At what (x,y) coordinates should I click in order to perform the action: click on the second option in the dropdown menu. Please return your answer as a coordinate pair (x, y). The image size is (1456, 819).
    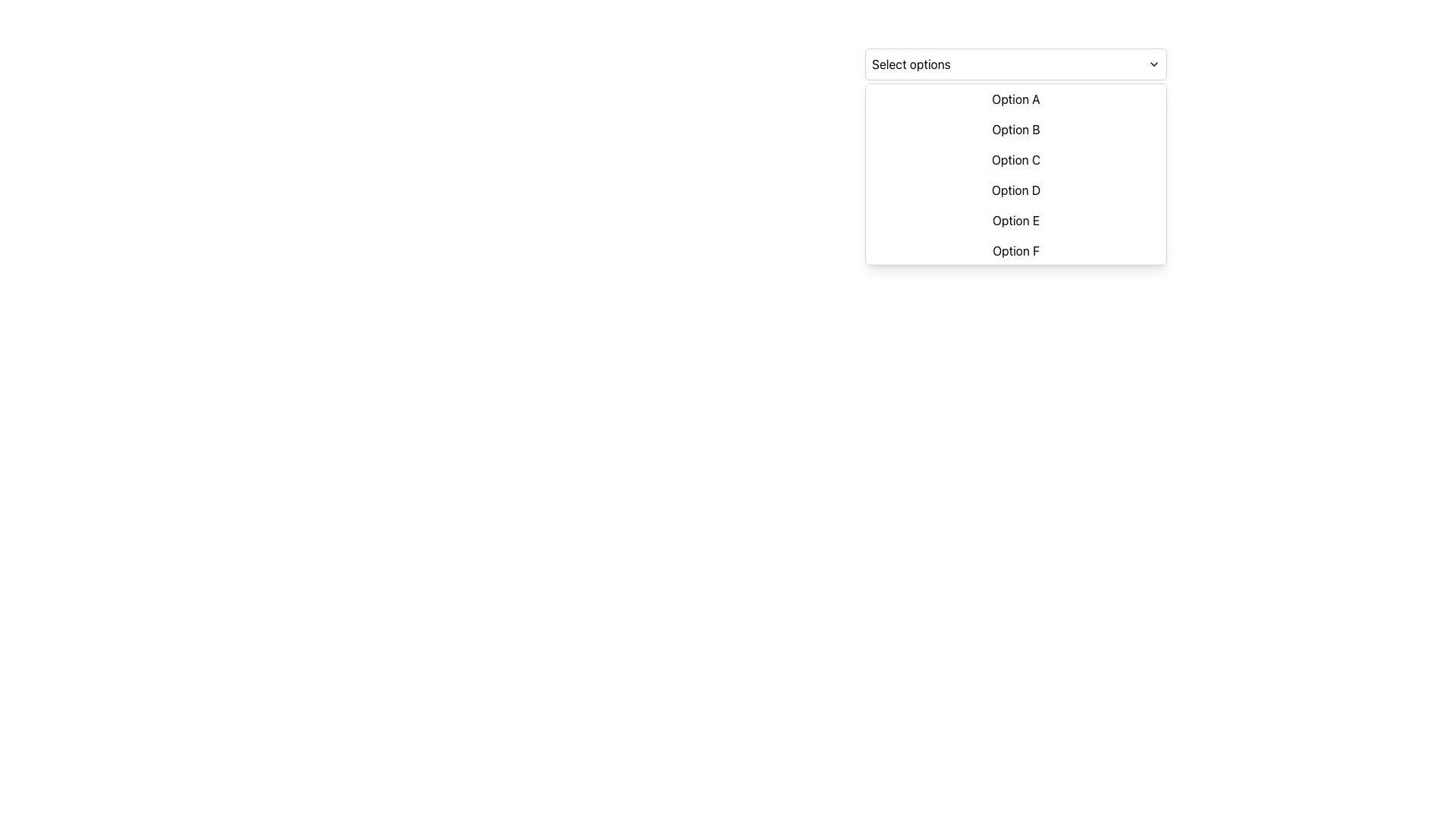
    Looking at the image, I should click on (1015, 128).